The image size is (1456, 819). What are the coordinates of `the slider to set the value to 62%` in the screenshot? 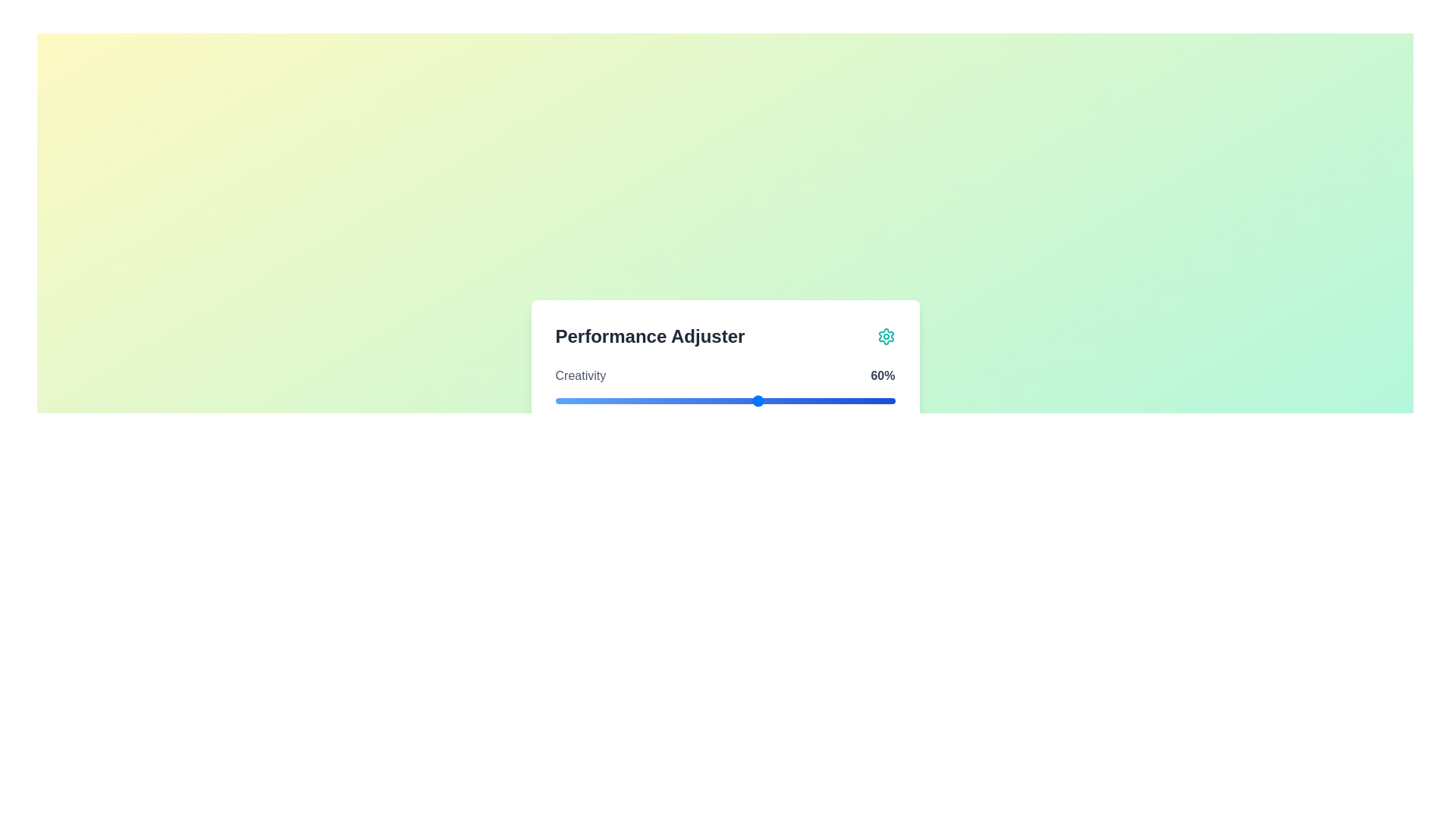 It's located at (766, 400).